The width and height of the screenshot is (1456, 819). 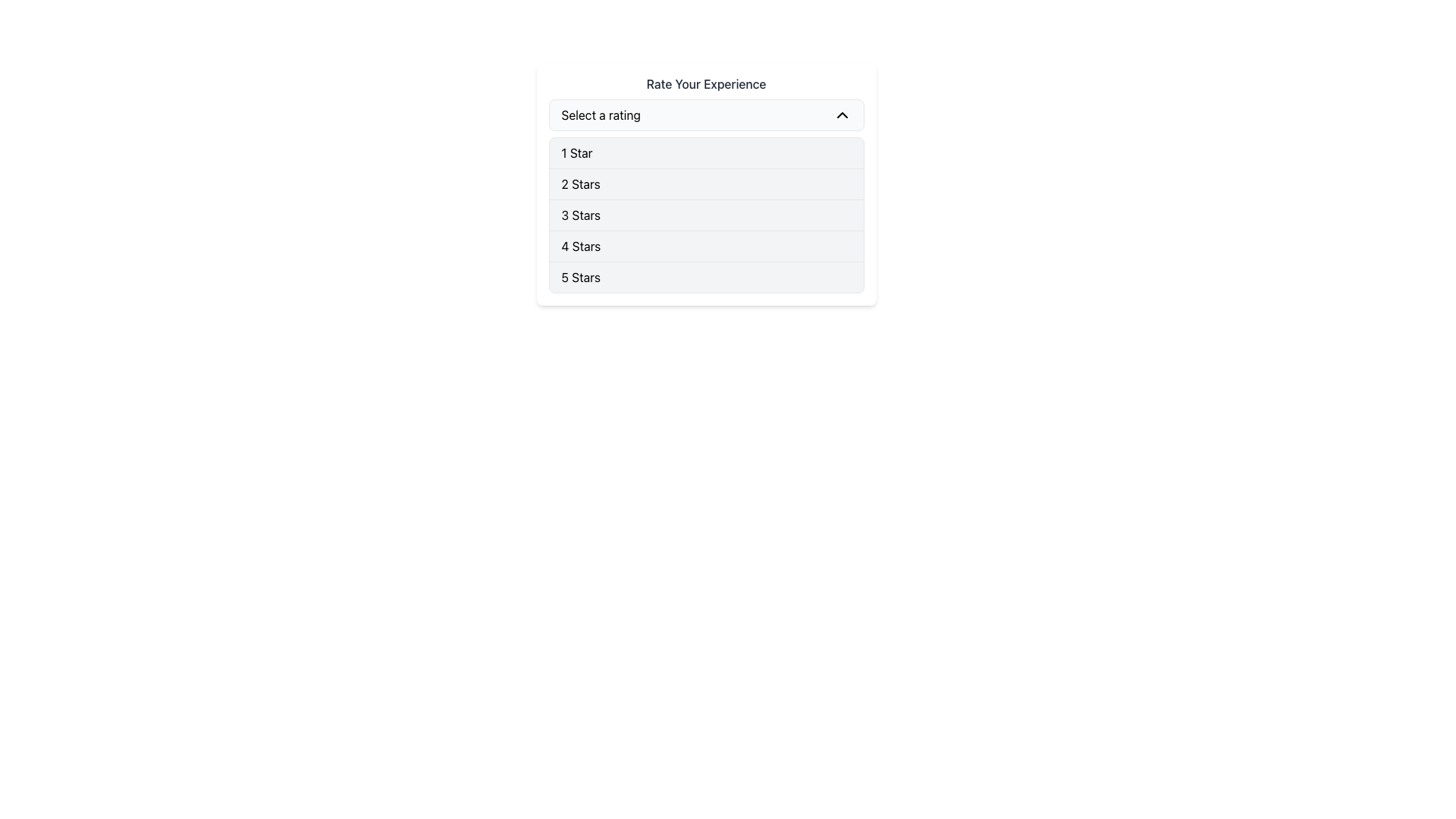 I want to click on the '4 Stars' option in the dropdown list, so click(x=705, y=245).